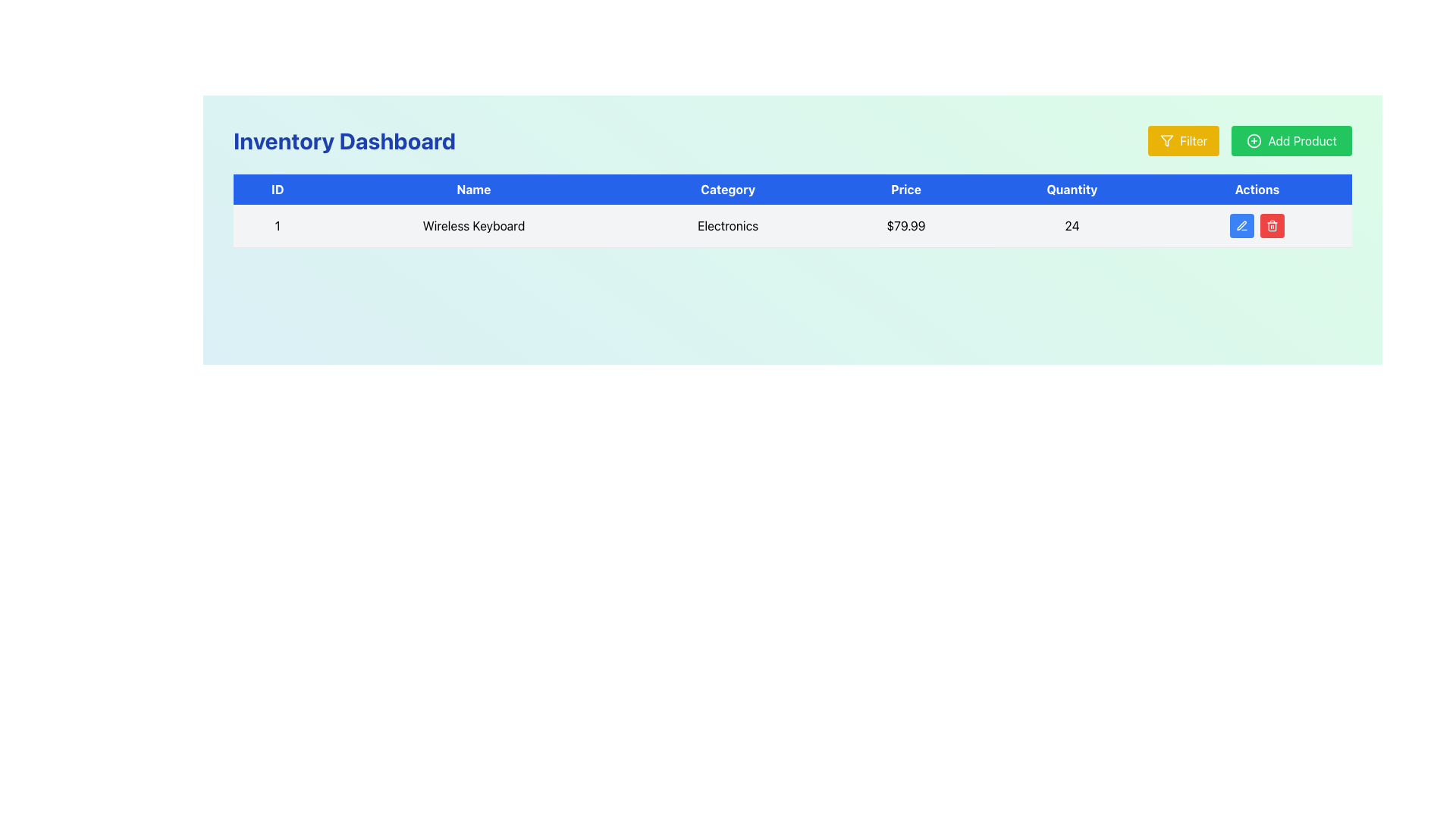 Image resolution: width=1456 pixels, height=819 pixels. I want to click on the header label for the column, which is the third item in a row of six sibling elements in the header bar of the table, located between 'Name' and 'Price', so click(728, 189).